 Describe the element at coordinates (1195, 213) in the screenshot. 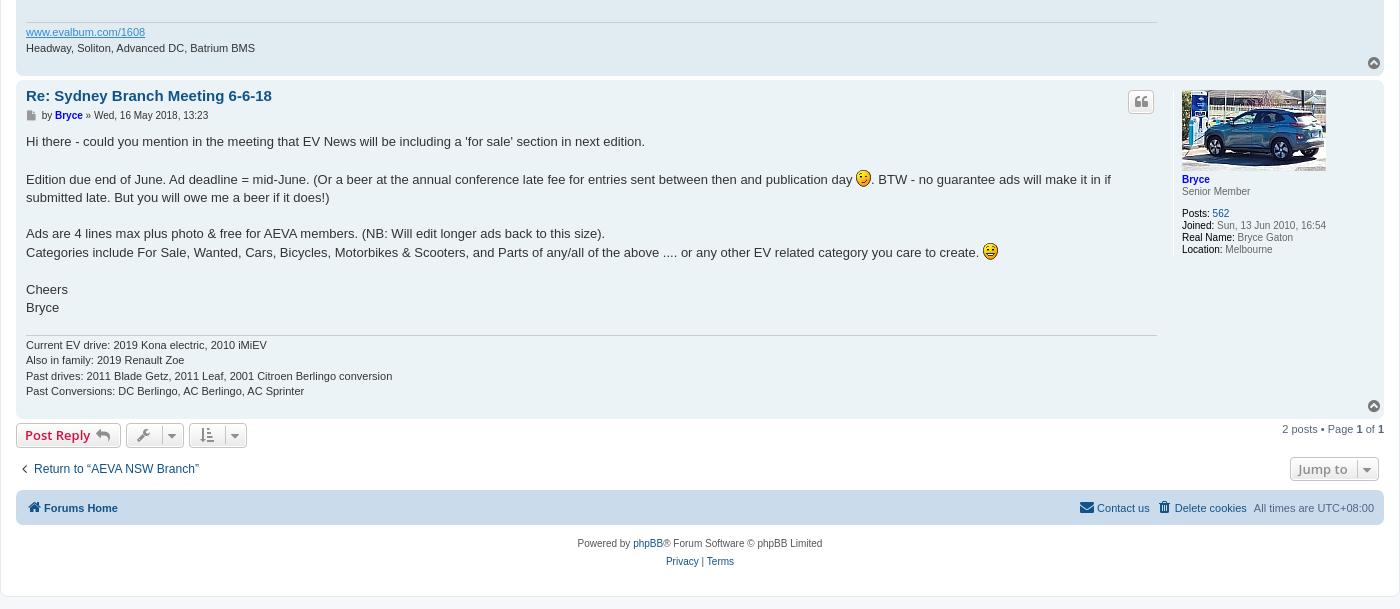

I see `'Posts:'` at that location.